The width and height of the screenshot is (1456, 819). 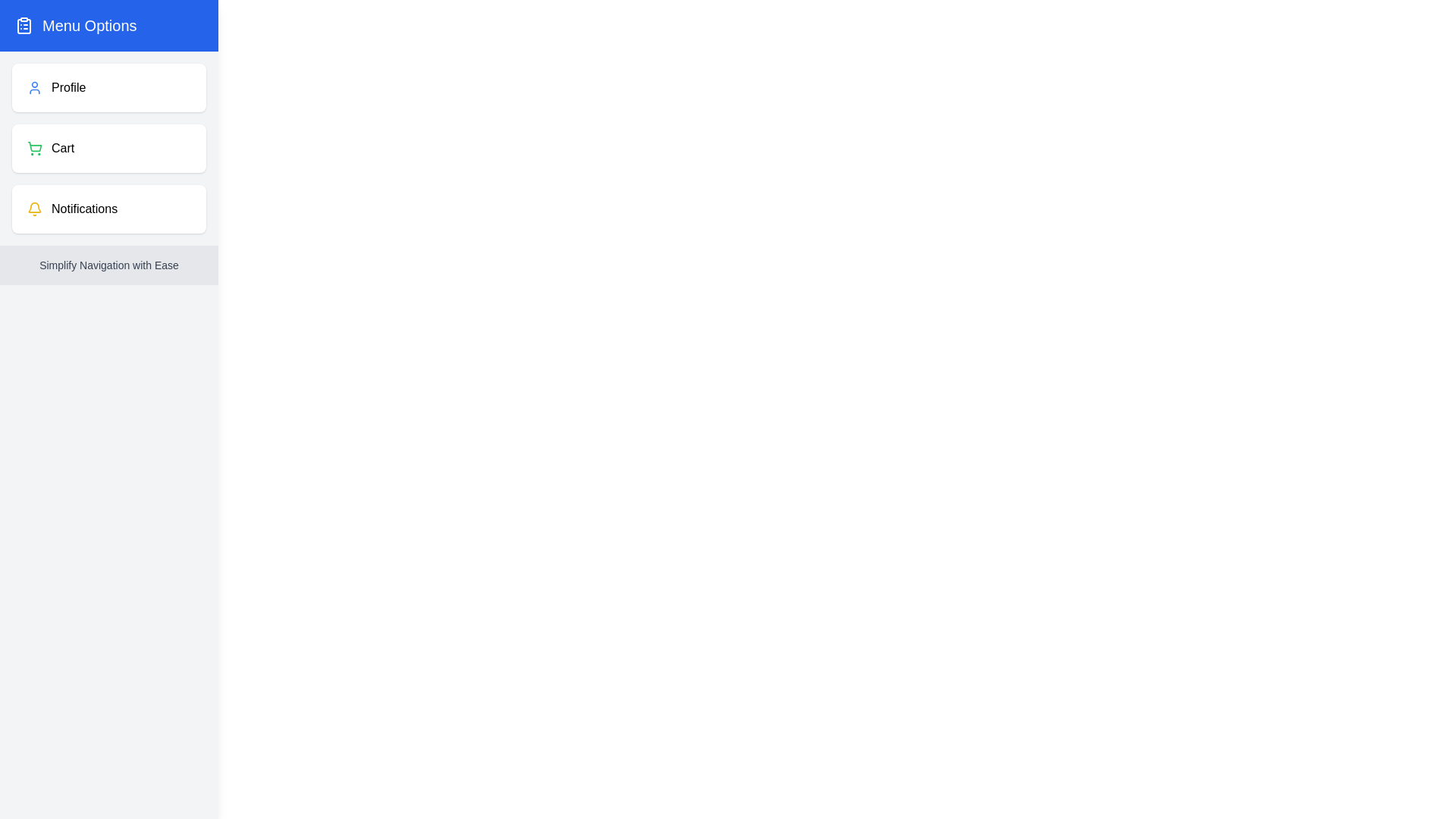 I want to click on the message 'Simplify Navigation with Ease' displayed at the bottom of the drawer, so click(x=108, y=265).